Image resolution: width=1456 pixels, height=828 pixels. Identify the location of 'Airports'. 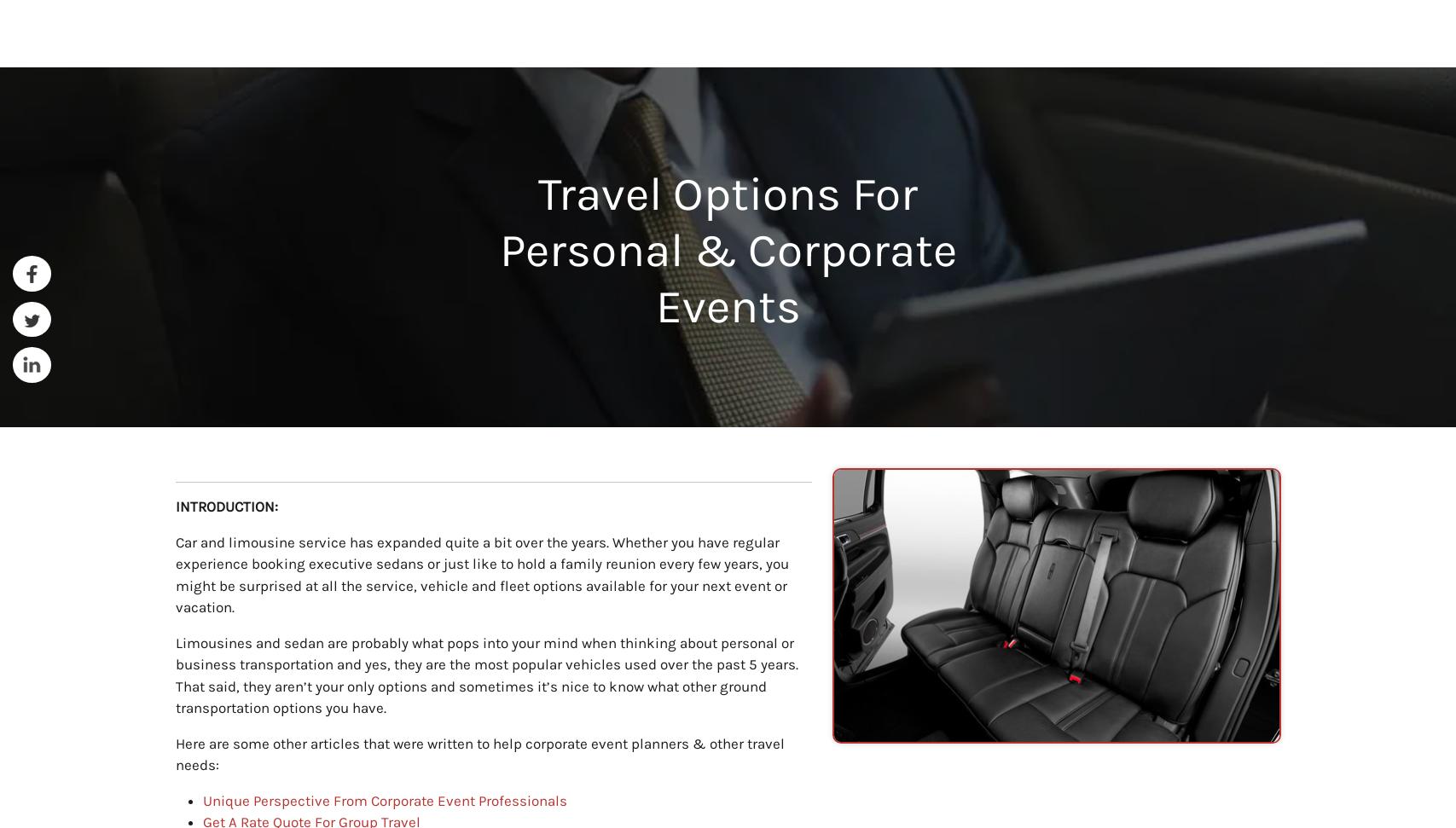
(228, 25).